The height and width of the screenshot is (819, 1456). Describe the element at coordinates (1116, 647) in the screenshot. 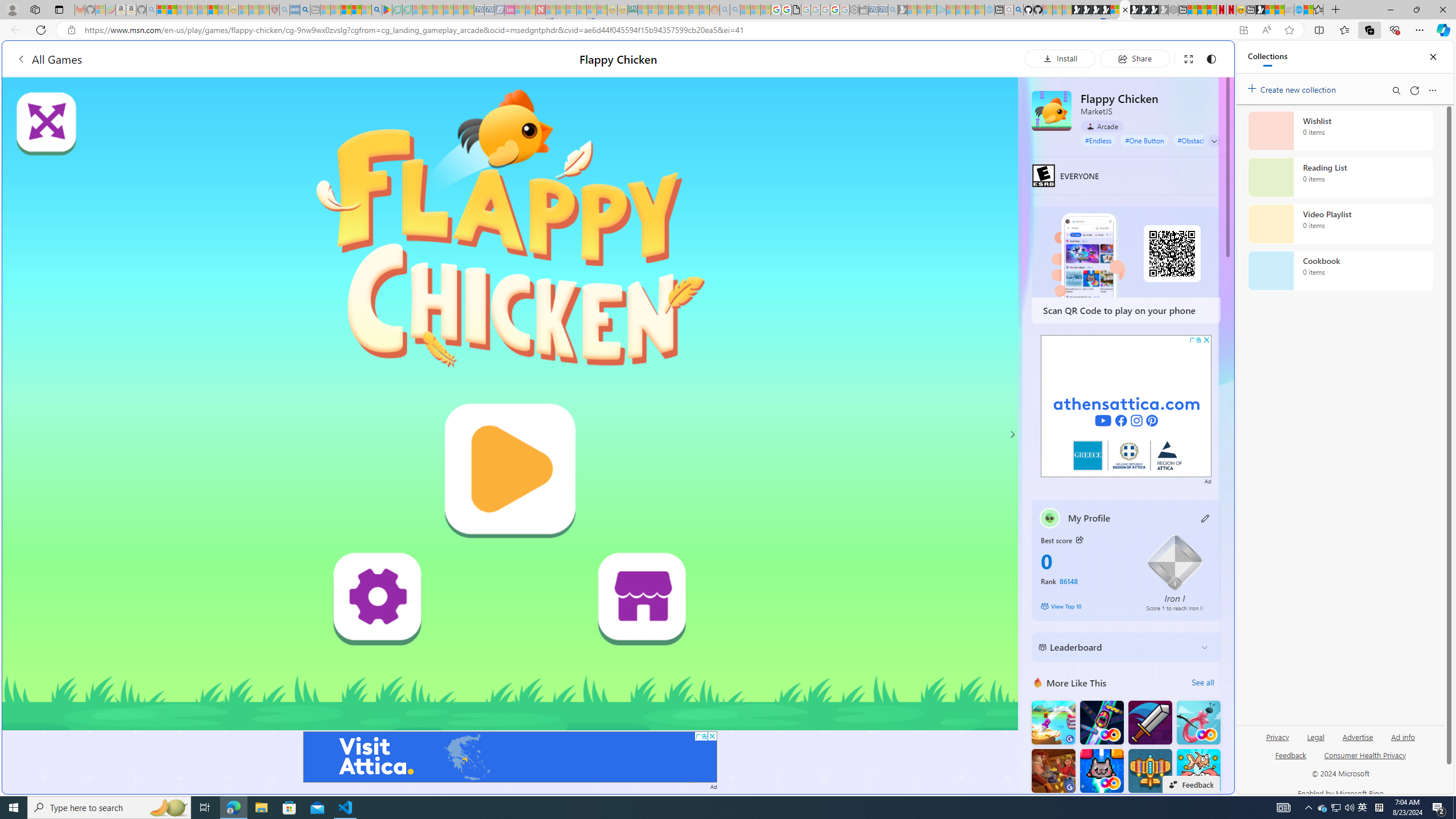

I see `'Leaderboard'` at that location.